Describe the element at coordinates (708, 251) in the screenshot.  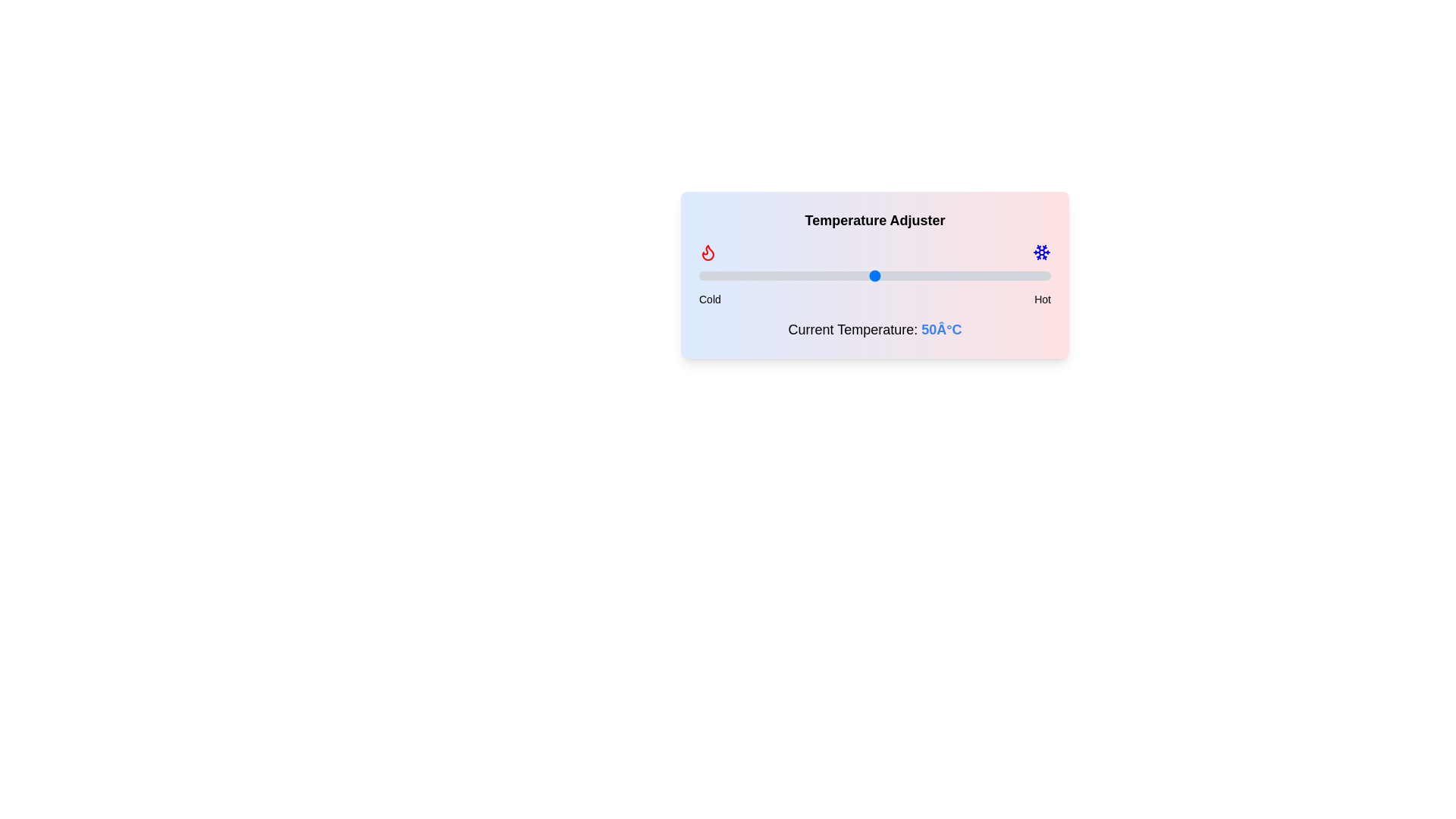
I see `the flame icon to observe changes` at that location.